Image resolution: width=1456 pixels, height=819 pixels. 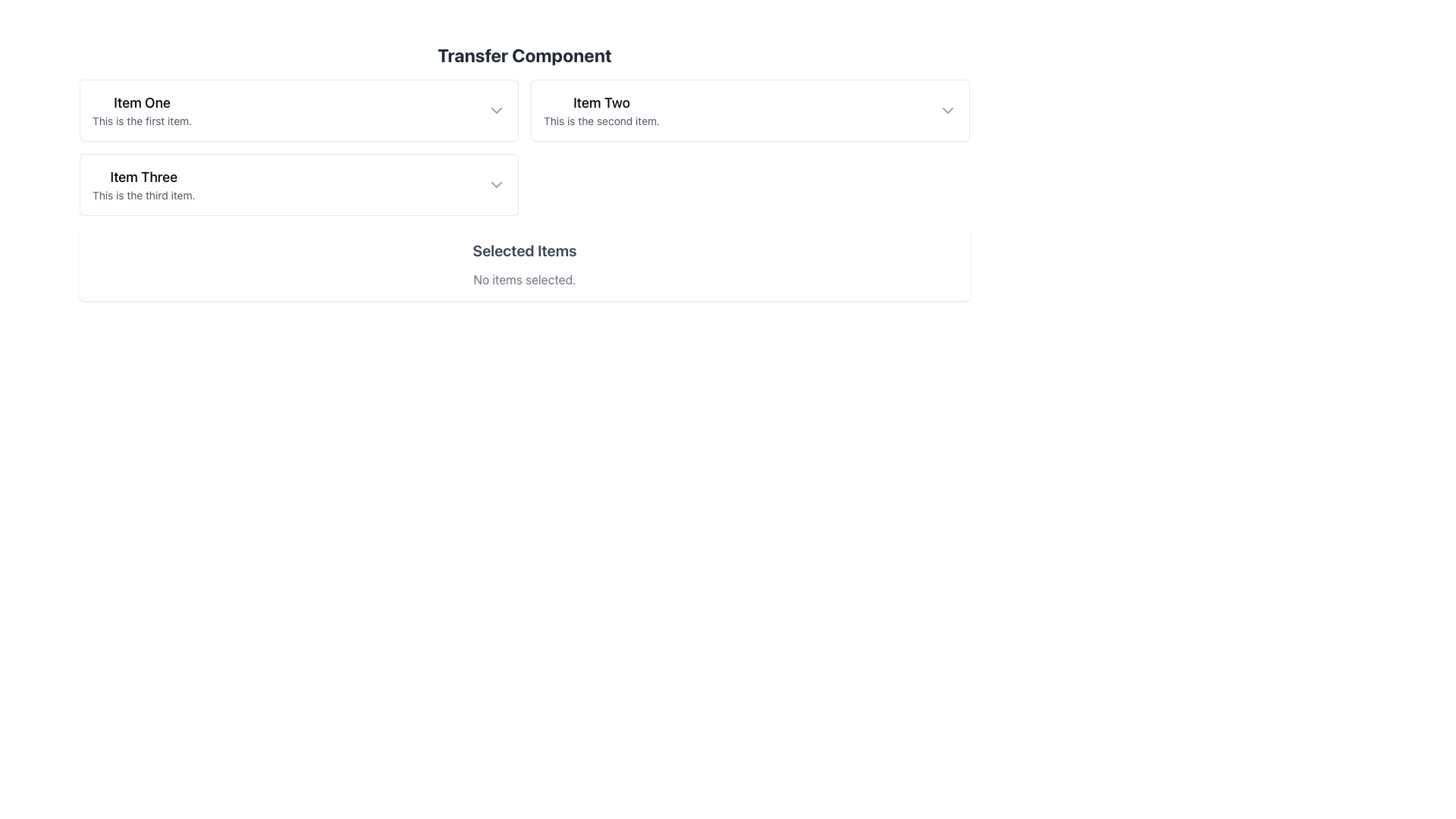 I want to click on the 'Item Two' component, so click(x=750, y=110).